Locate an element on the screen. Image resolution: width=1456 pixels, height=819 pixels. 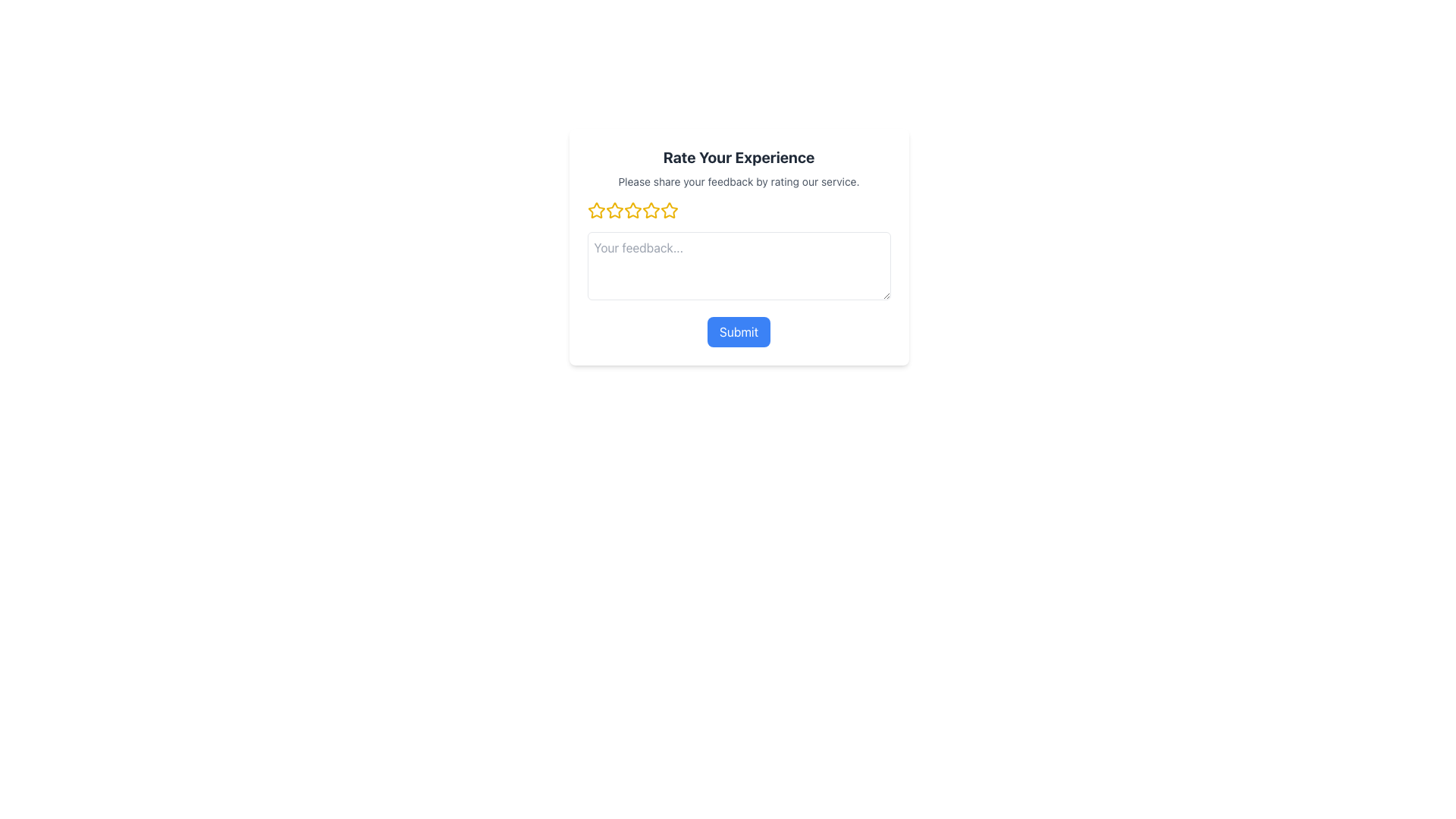
the fourth rating star icon, which is shaped like a star with a golden-yellow outline and transparent white fill, to rate at this level is located at coordinates (668, 210).